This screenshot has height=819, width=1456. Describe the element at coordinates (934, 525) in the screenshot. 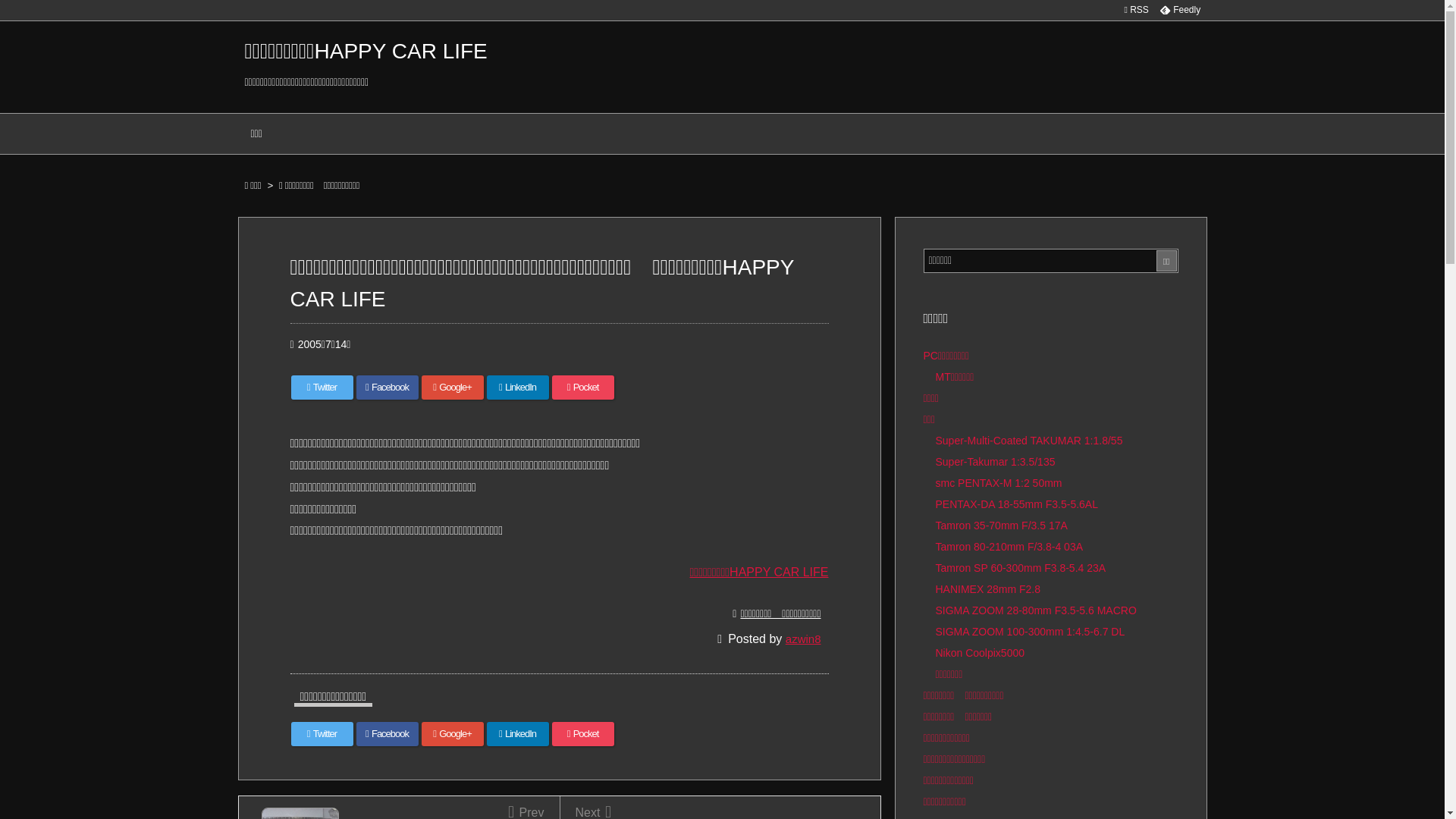

I see `'Tamron 35-70mm F/3.5 17A'` at that location.